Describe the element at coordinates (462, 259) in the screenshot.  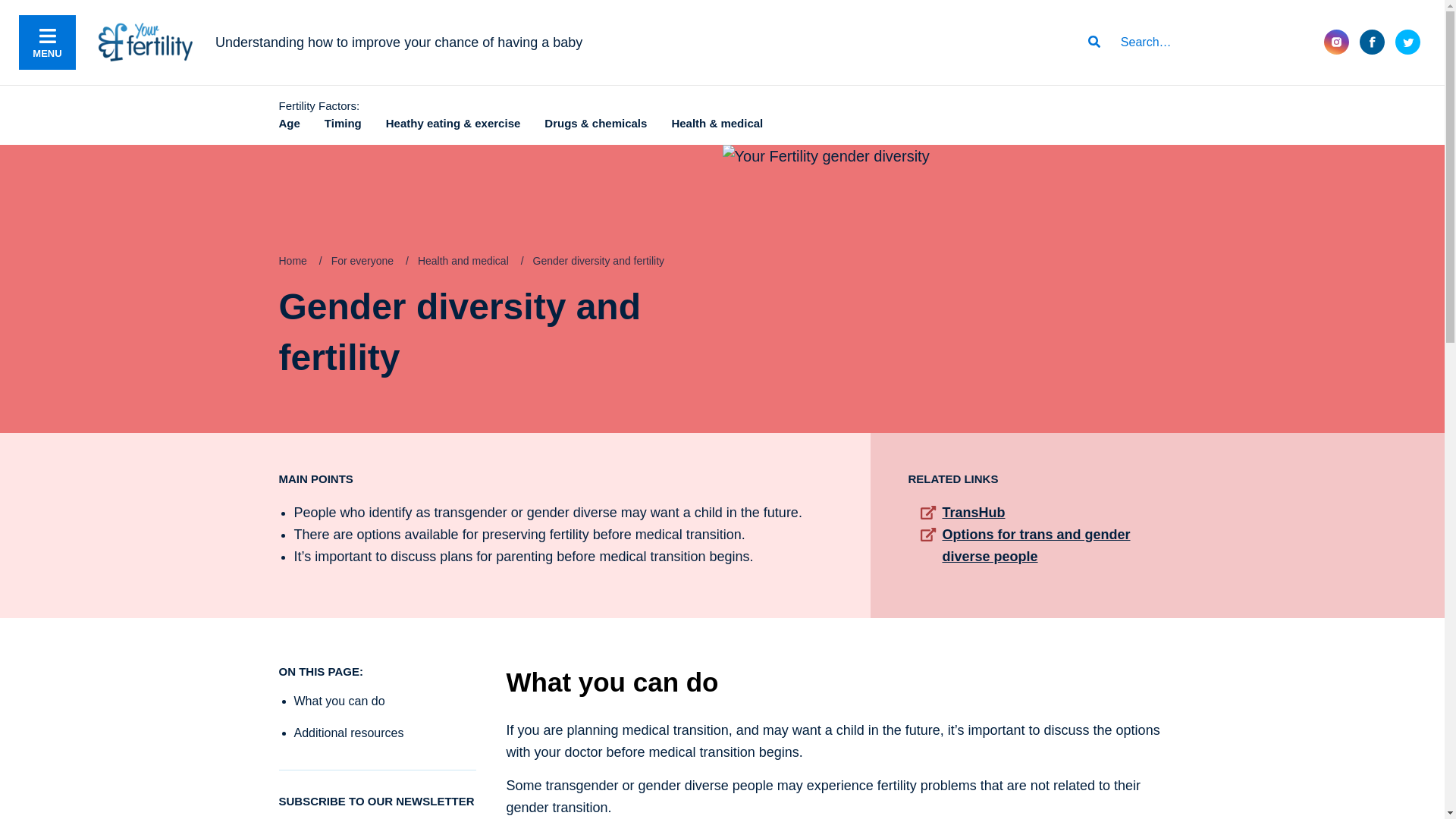
I see `'Health and medical'` at that location.